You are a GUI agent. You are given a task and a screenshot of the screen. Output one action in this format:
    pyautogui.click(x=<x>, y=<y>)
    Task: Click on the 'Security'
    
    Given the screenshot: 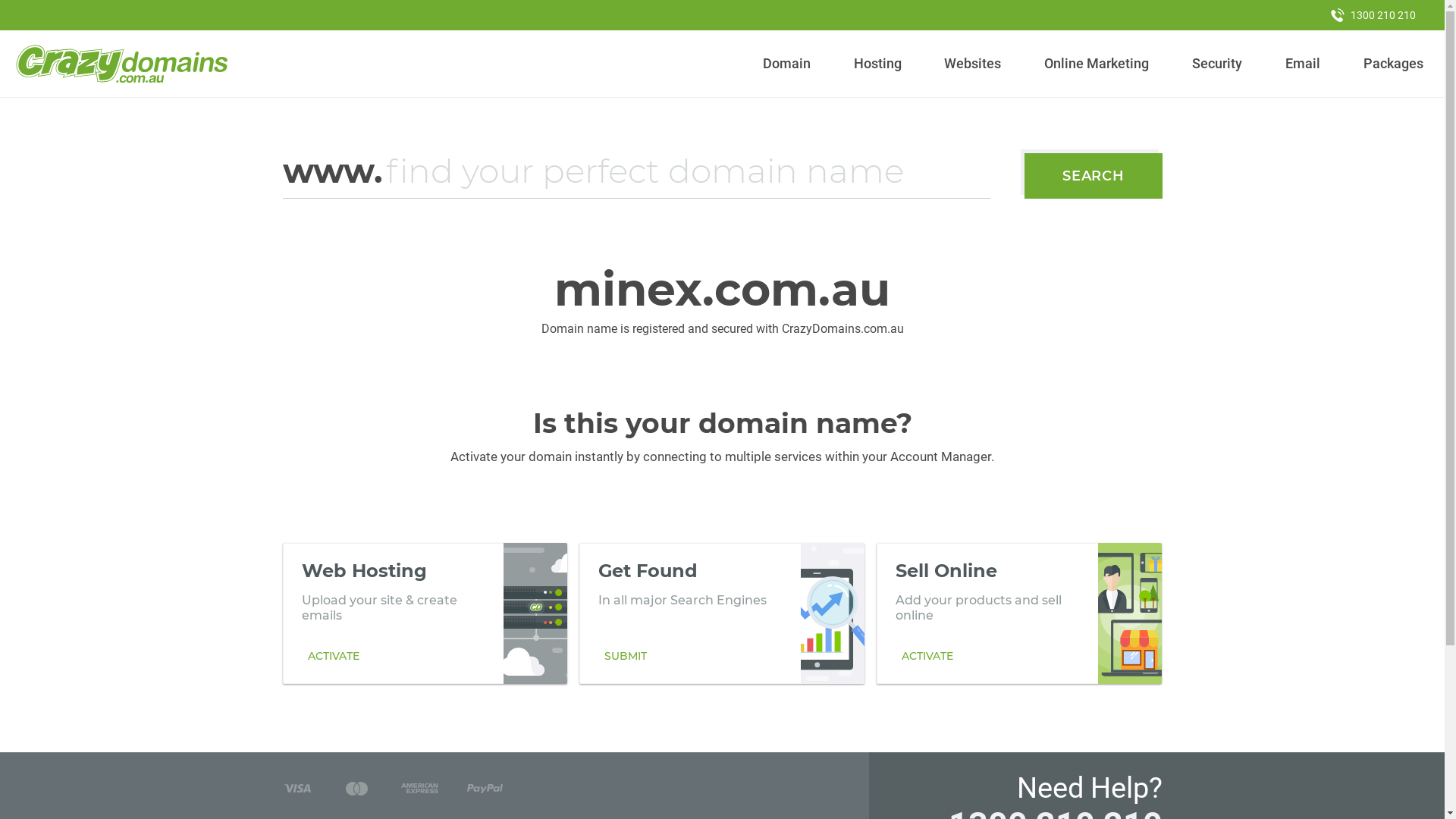 What is the action you would take?
    pyautogui.click(x=1217, y=63)
    